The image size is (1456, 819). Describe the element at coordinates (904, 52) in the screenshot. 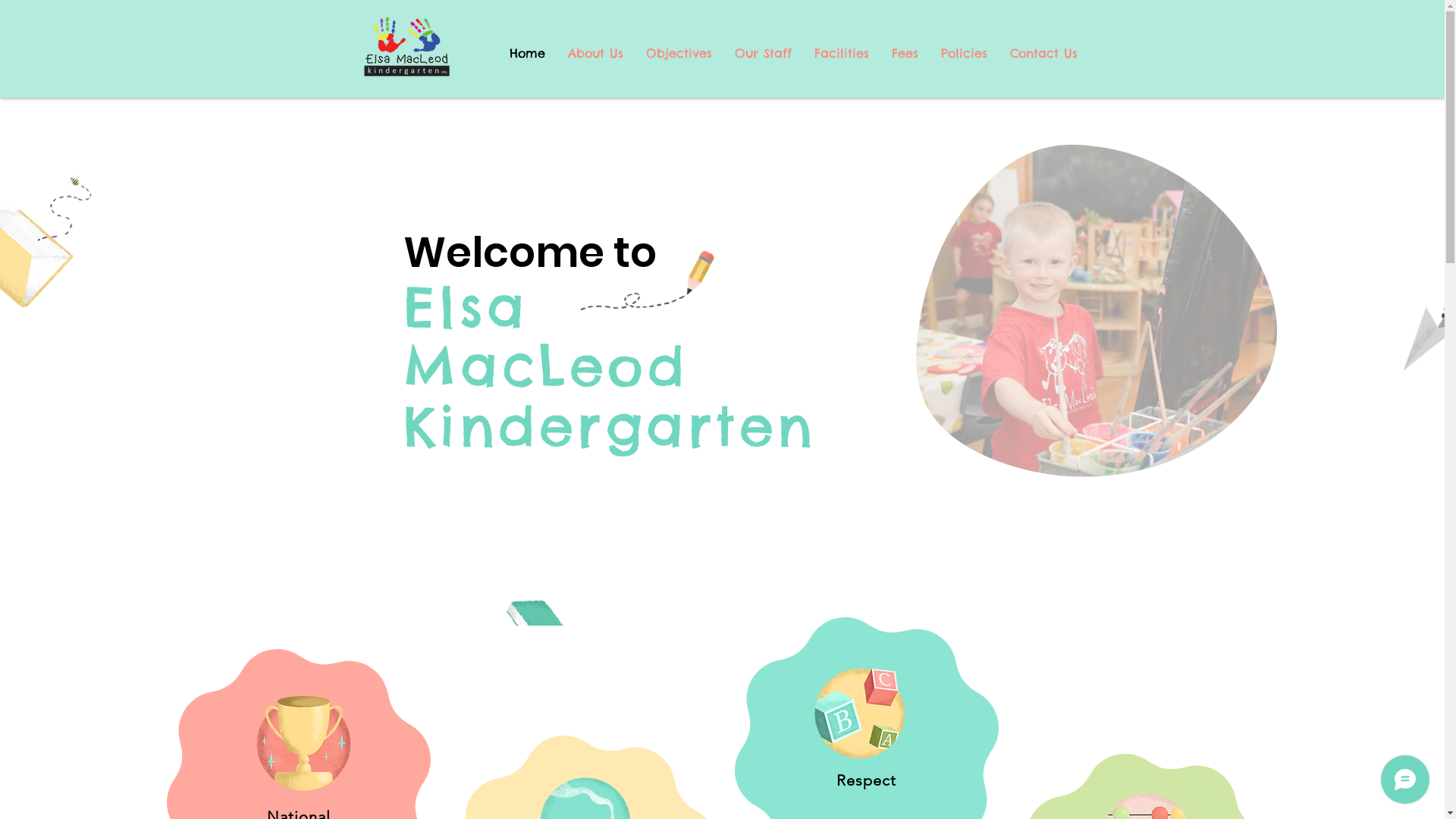

I see `'Fees'` at that location.